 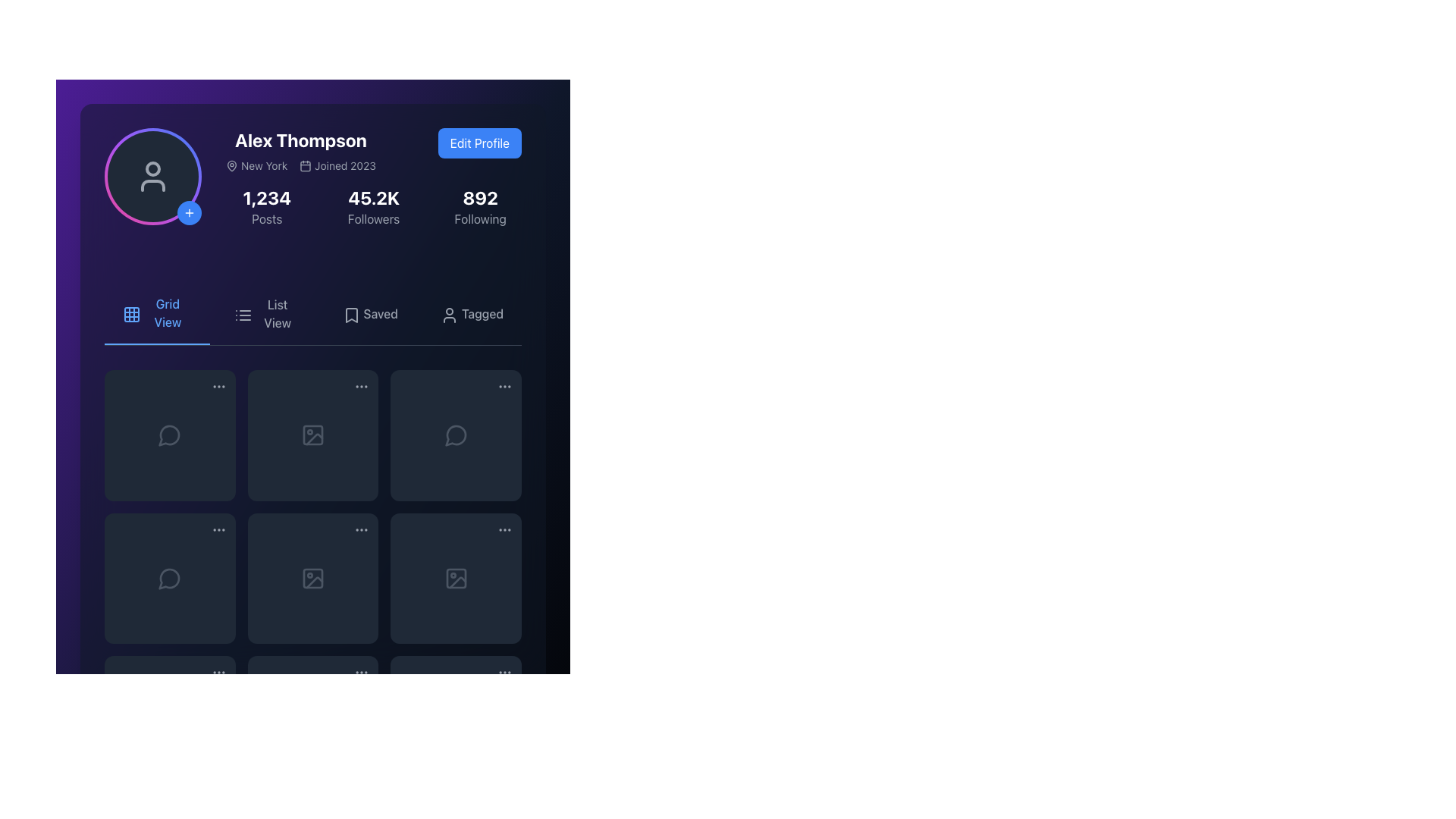 What do you see at coordinates (361, 673) in the screenshot?
I see `the button with an ellipsis icon located in the top-right section of the square card` at bounding box center [361, 673].